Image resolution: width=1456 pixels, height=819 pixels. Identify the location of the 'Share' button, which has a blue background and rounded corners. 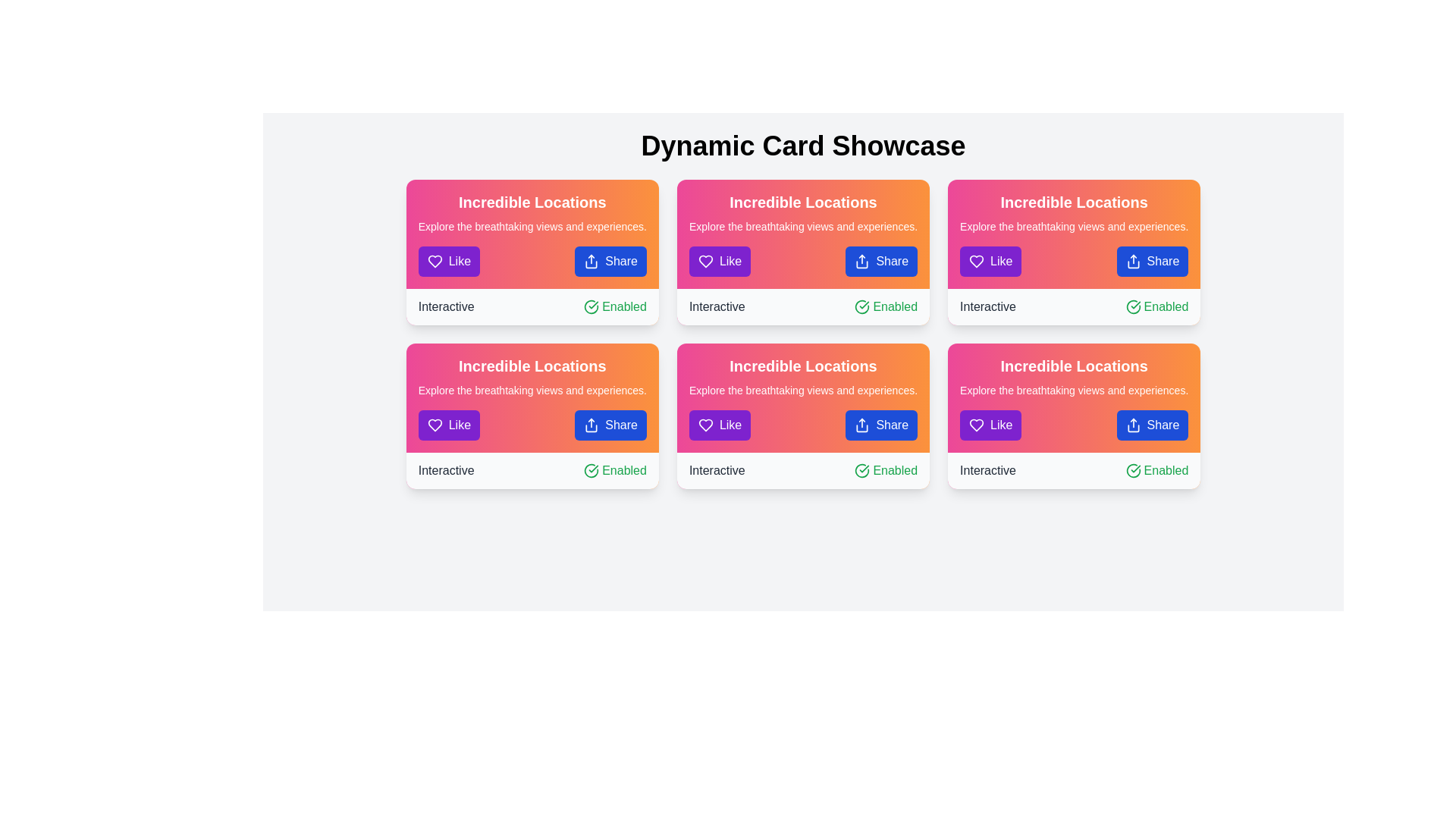
(1152, 425).